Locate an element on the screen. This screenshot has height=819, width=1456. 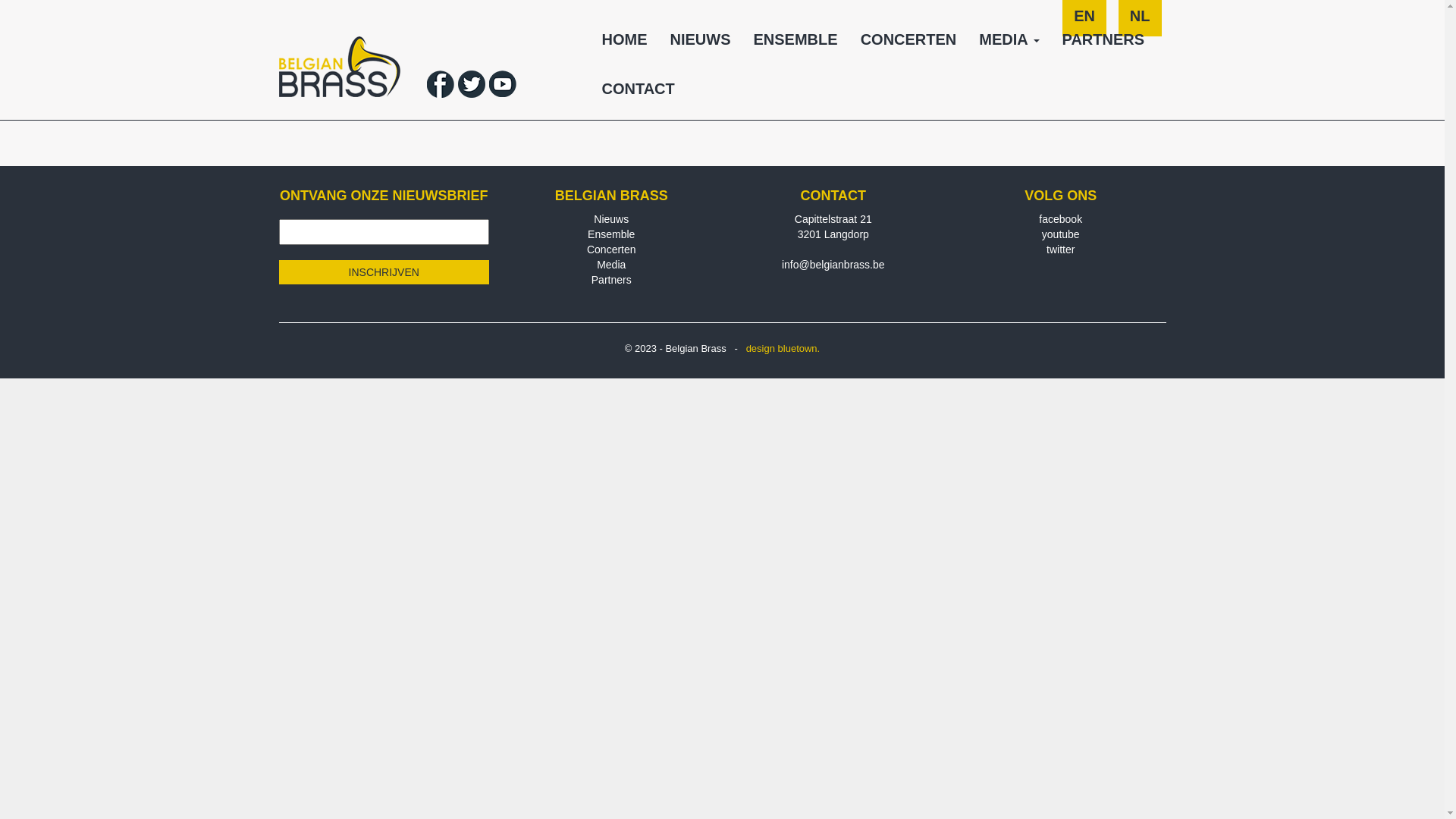
'EN' is located at coordinates (1084, 23).